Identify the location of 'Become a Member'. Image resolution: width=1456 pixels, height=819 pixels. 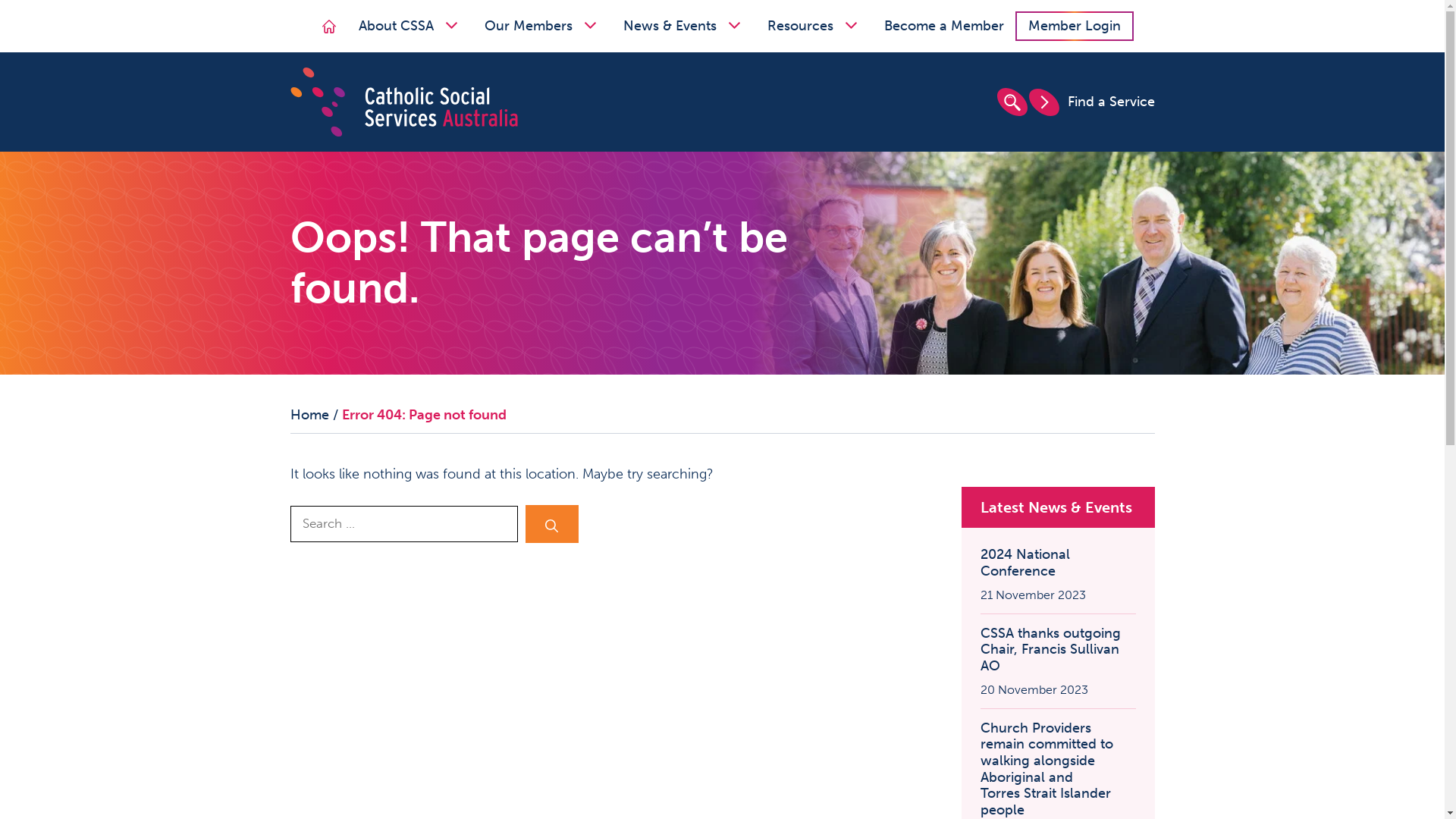
(873, 26).